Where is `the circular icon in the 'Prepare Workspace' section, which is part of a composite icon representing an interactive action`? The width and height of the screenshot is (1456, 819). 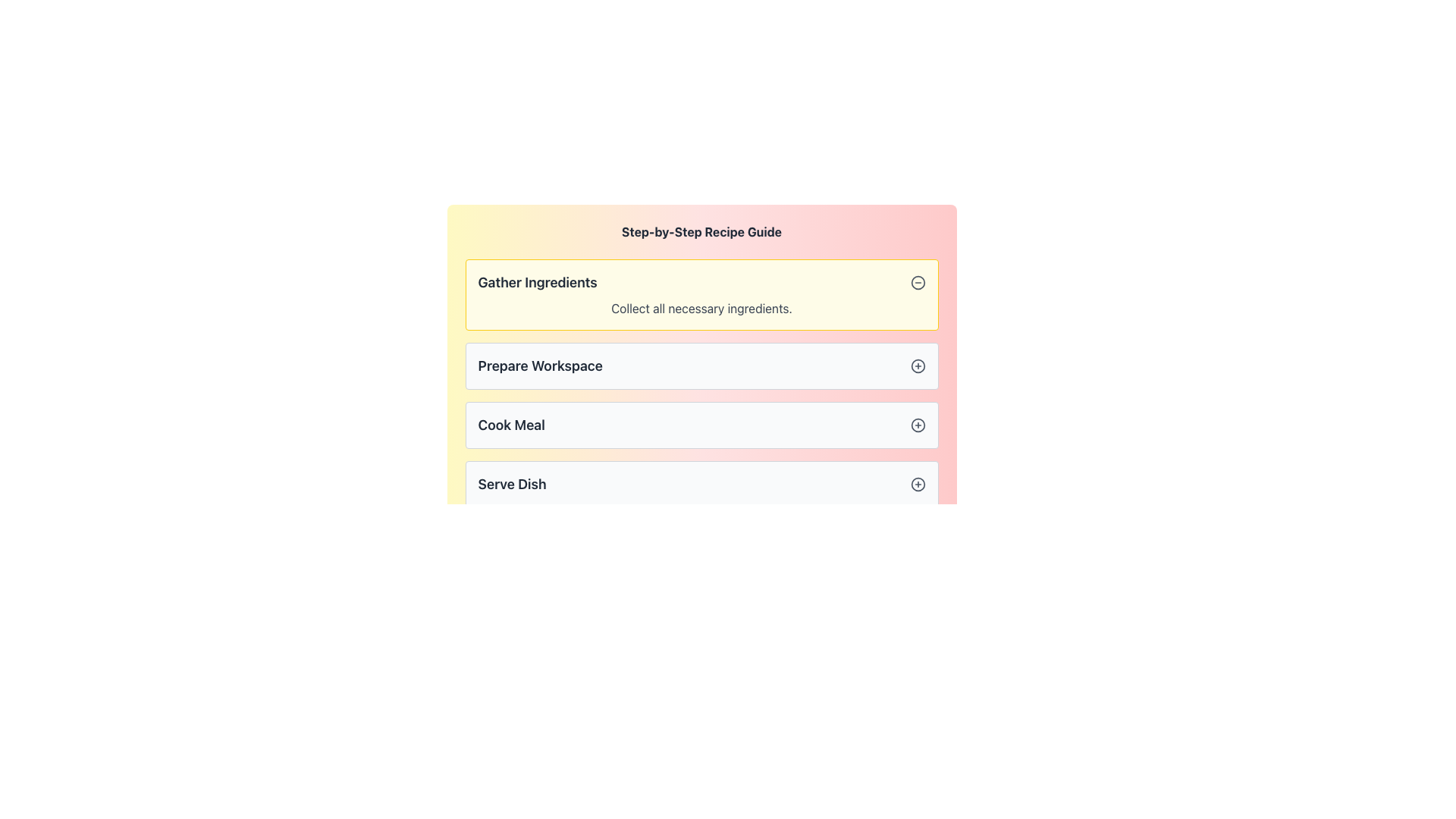 the circular icon in the 'Prepare Workspace' section, which is part of a composite icon representing an interactive action is located at coordinates (917, 366).